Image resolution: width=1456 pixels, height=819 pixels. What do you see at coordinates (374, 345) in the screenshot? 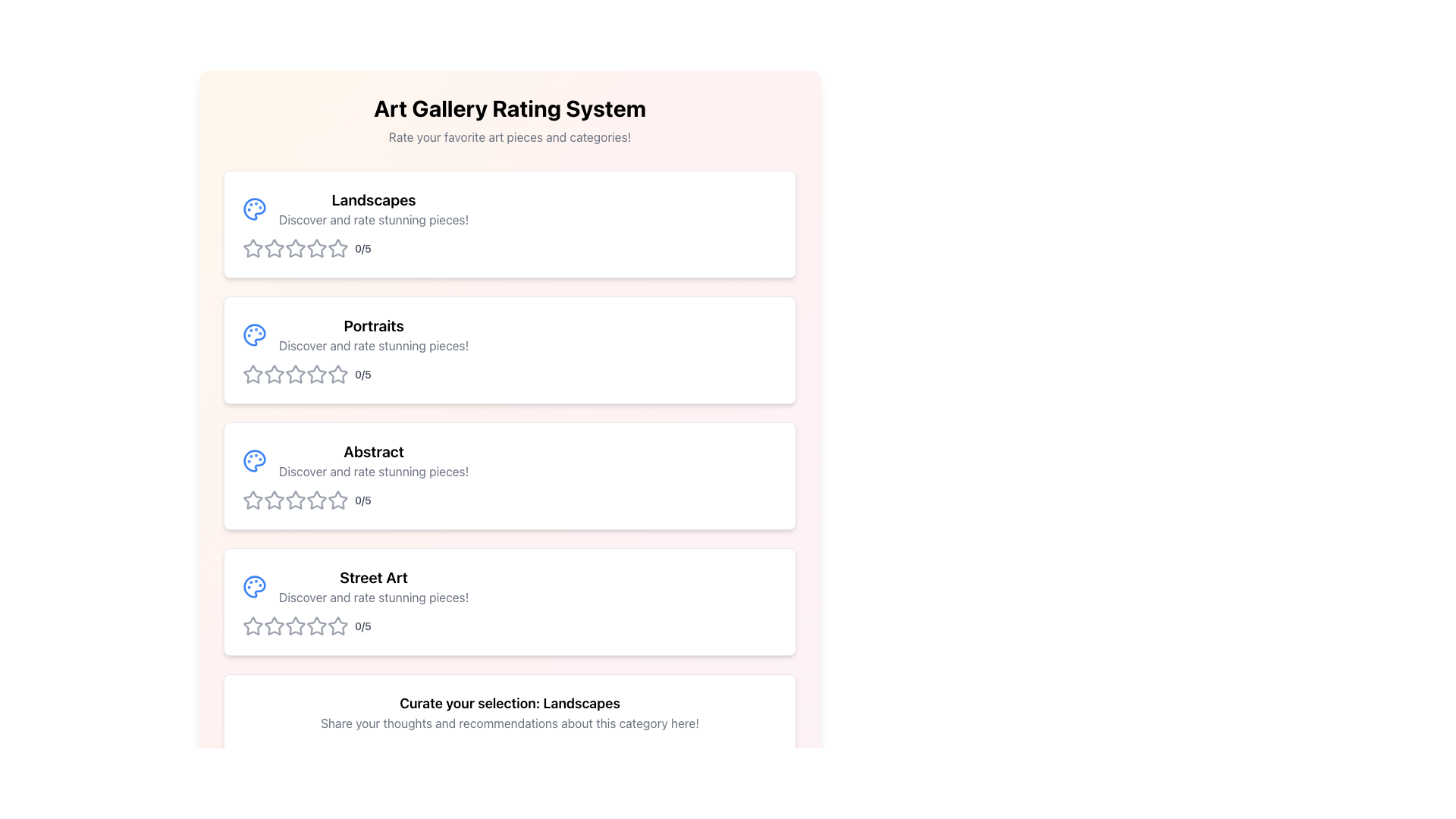
I see `the text label that reads 'Discover and rate stunning pieces!' located below the heading 'Portraits' in the second card of a vertical list` at bounding box center [374, 345].